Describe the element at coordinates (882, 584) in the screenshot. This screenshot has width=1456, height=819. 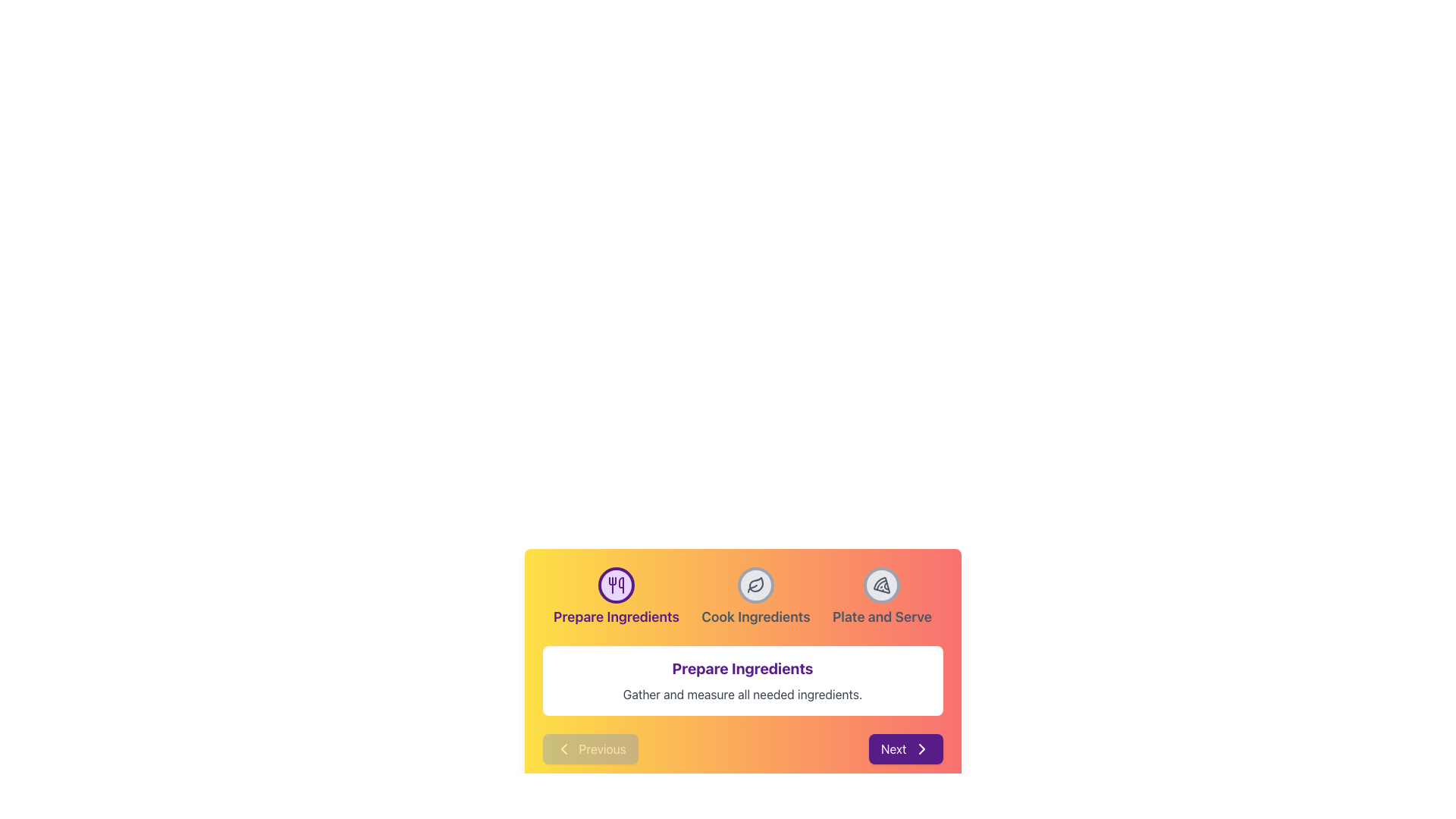
I see `the 'Plate and Serve' icon, which is the third icon in the top row of the highlighted section` at that location.